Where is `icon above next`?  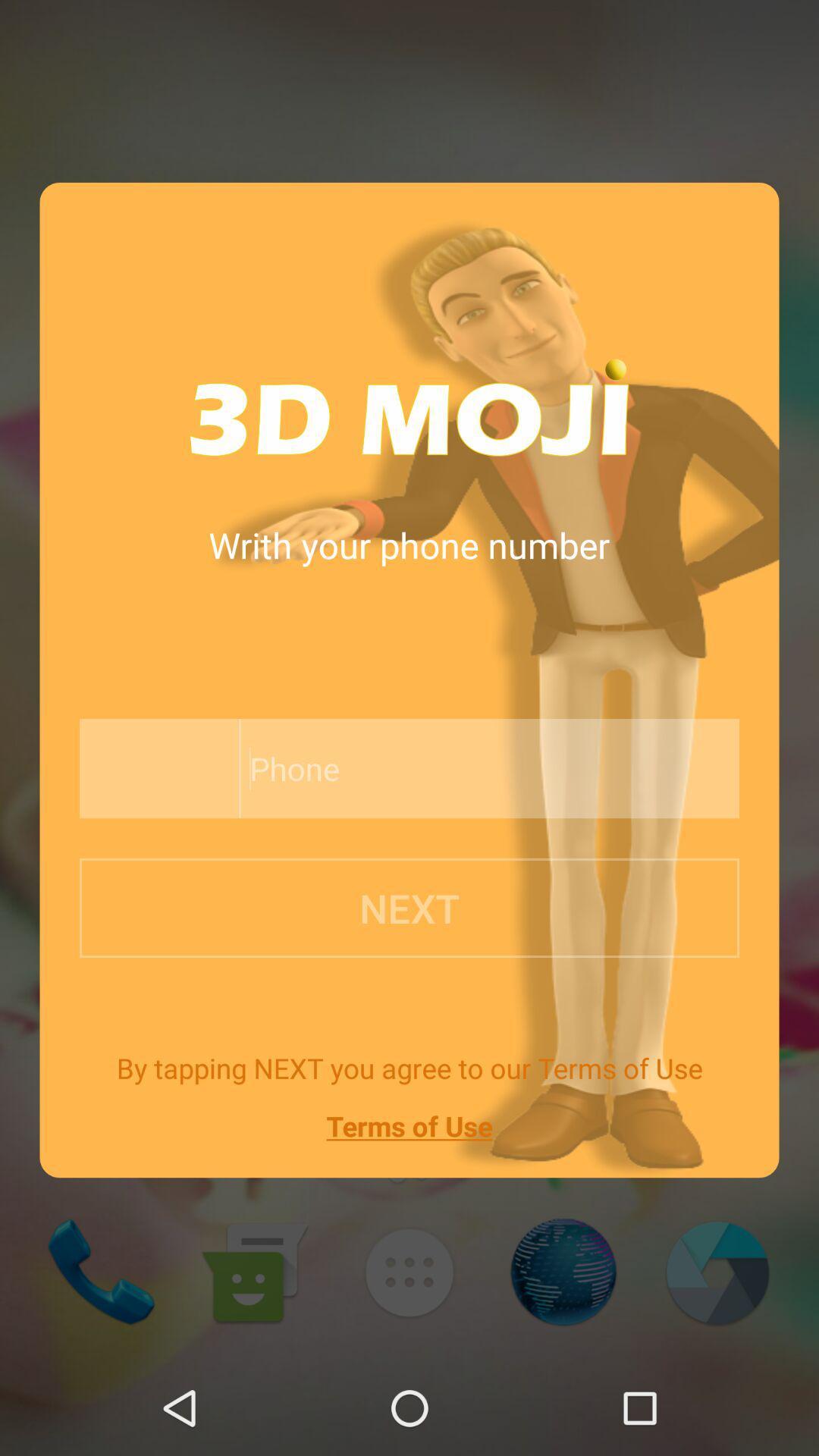 icon above next is located at coordinates (453, 768).